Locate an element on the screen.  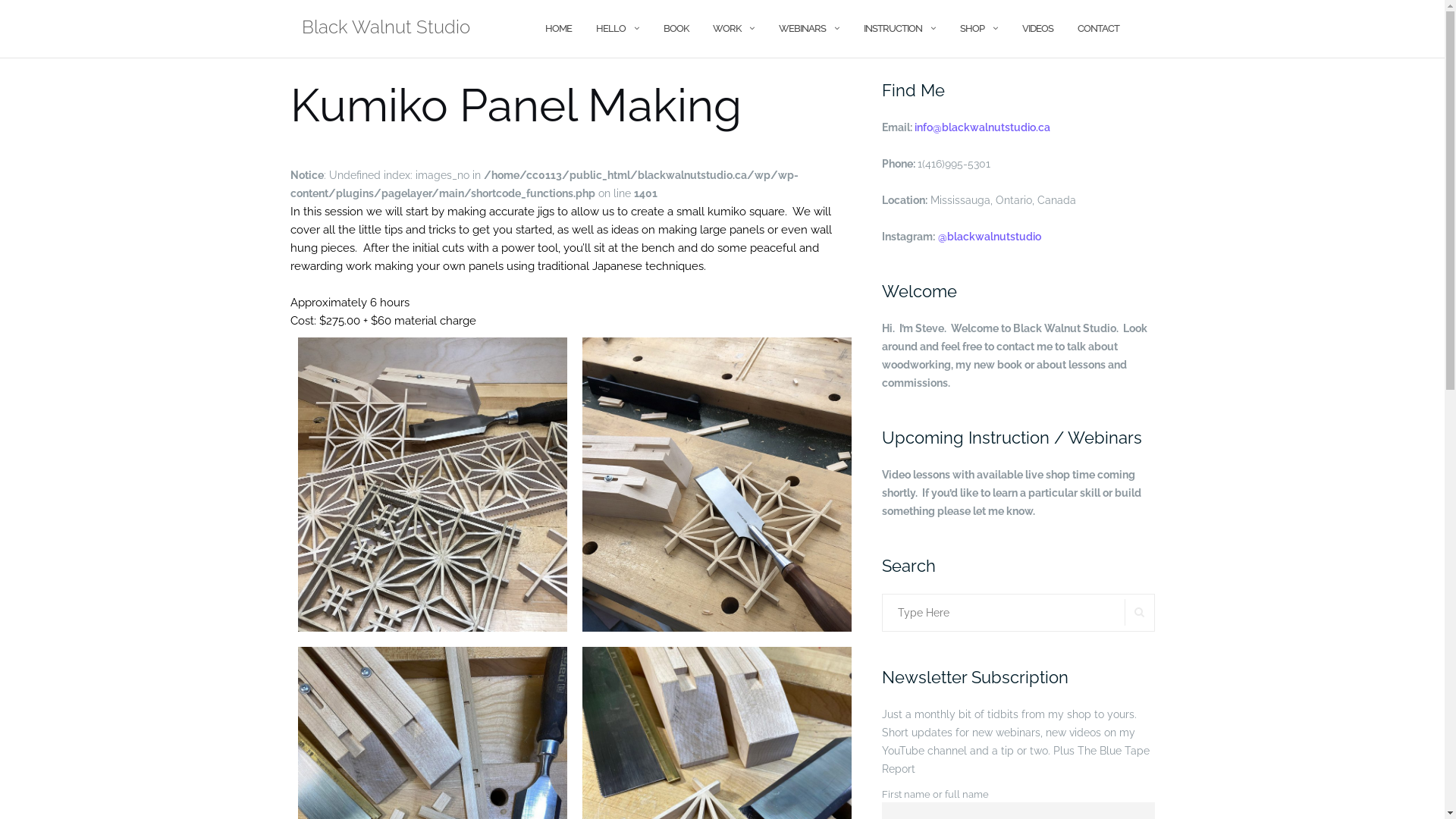
'WORK' is located at coordinates (726, 28).